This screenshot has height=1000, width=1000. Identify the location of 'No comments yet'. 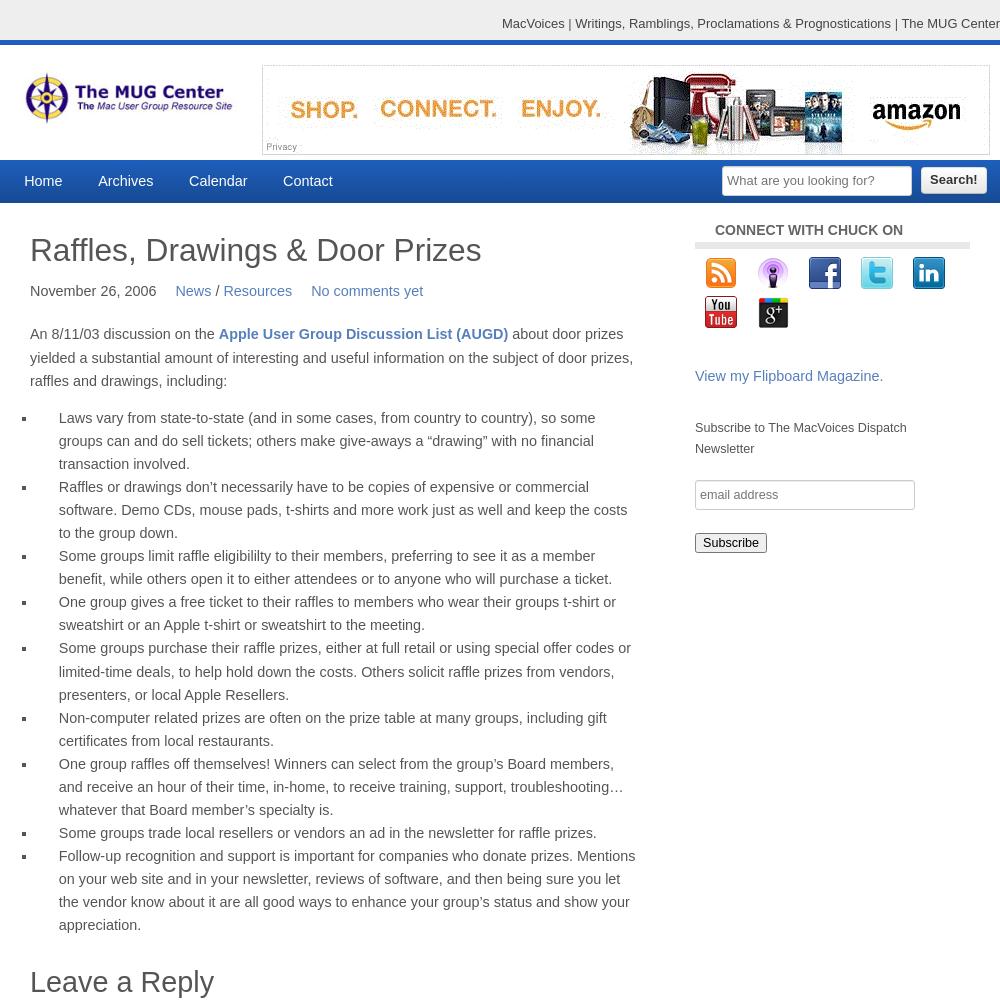
(366, 291).